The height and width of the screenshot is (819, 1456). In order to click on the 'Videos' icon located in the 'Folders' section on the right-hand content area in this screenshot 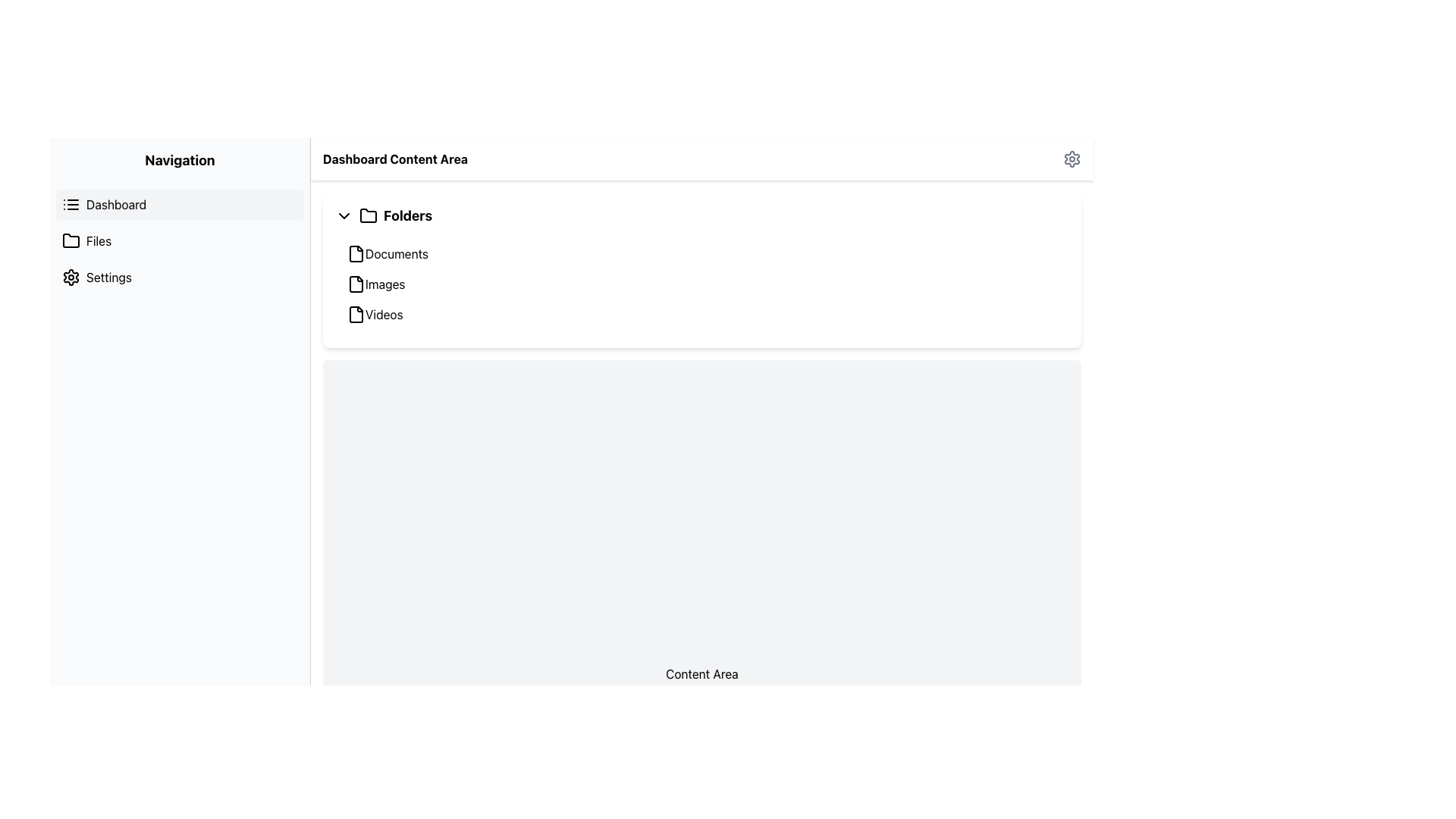, I will do `click(356, 314)`.